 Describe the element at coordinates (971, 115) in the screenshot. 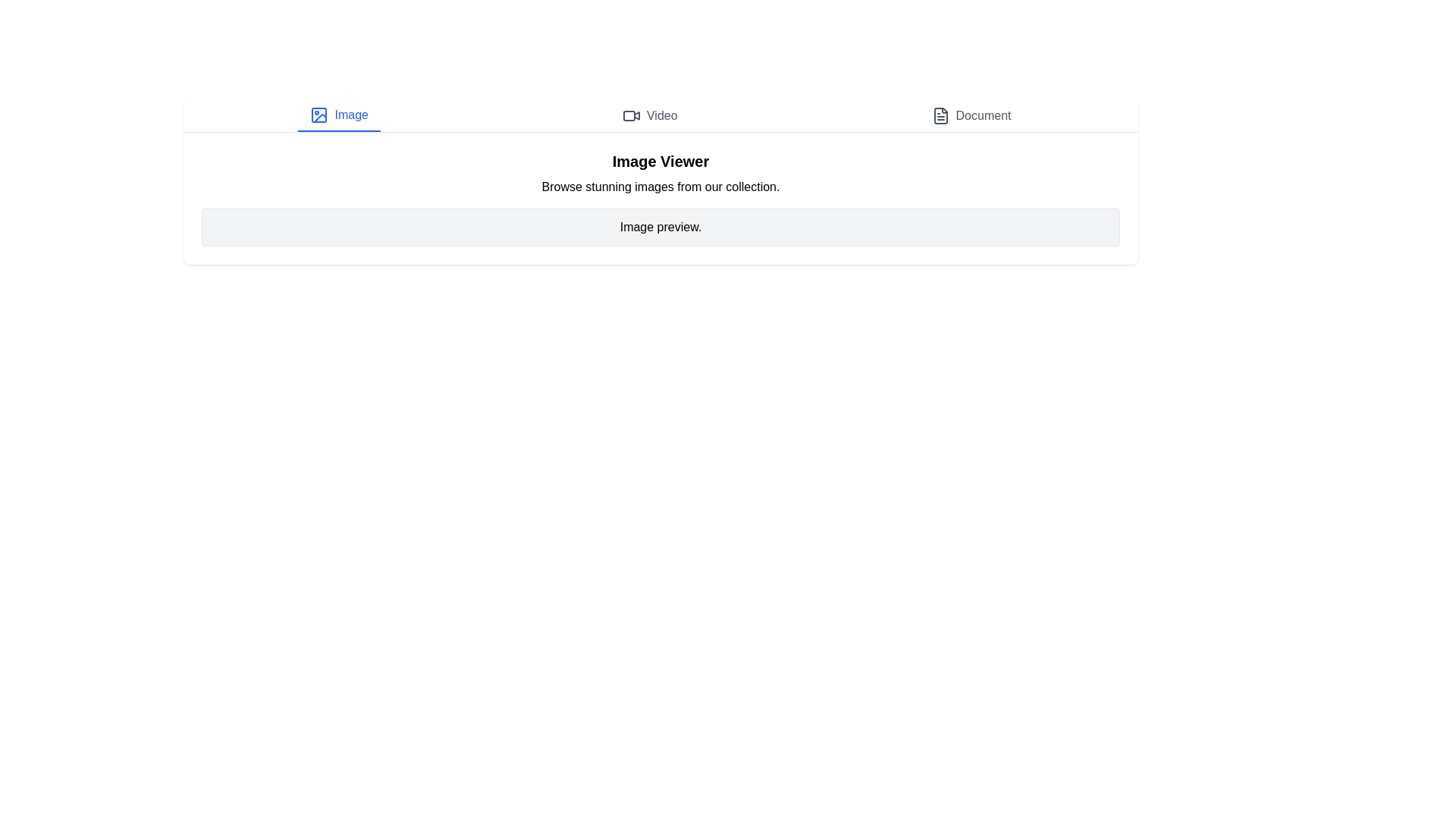

I see `the Document tab by clicking on it` at that location.